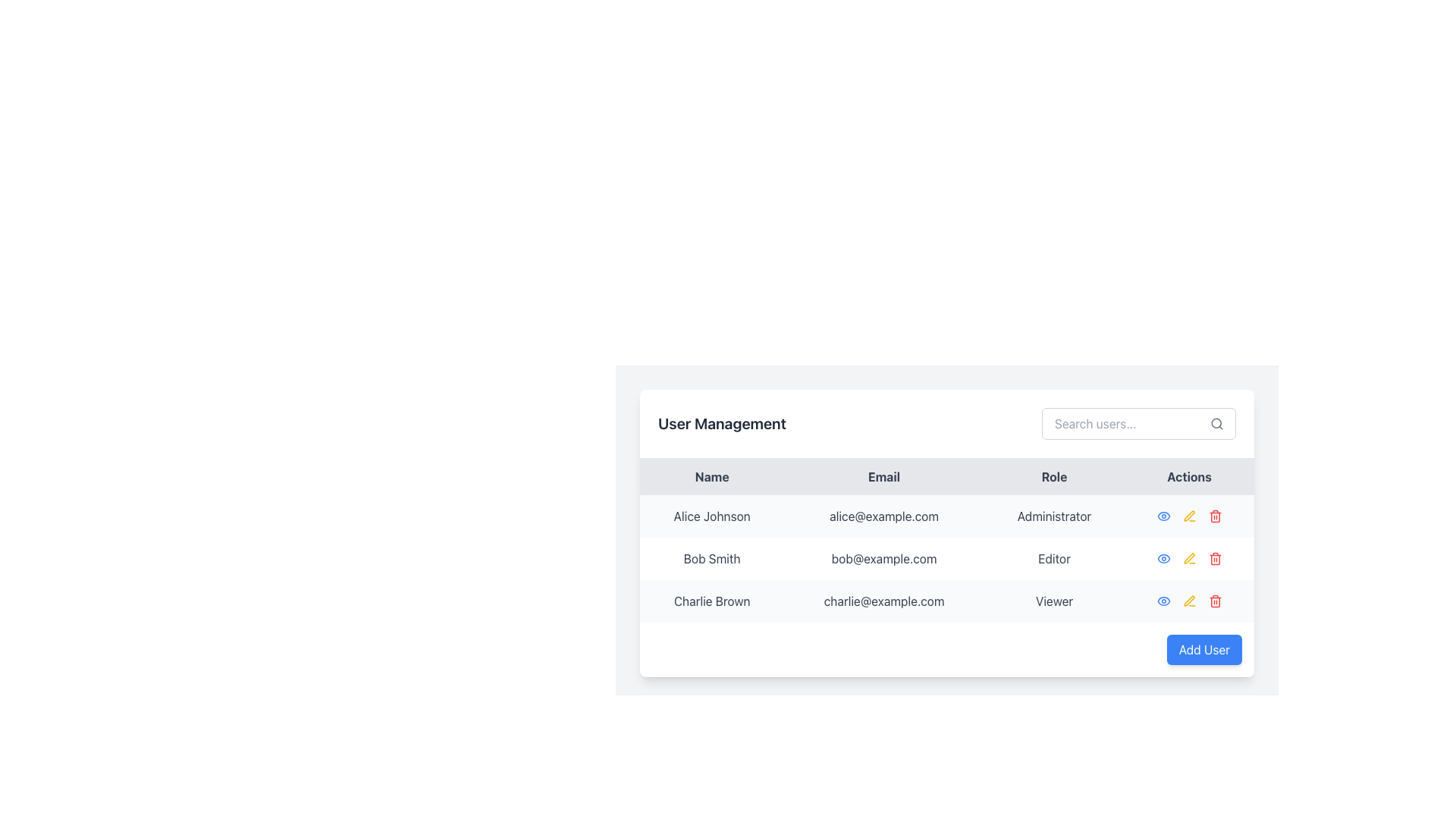 The image size is (1456, 819). I want to click on the small, yellow, pencil-shaped icon in the 'Actions' column of the first row under the 'Administrator' role, so click(1188, 516).